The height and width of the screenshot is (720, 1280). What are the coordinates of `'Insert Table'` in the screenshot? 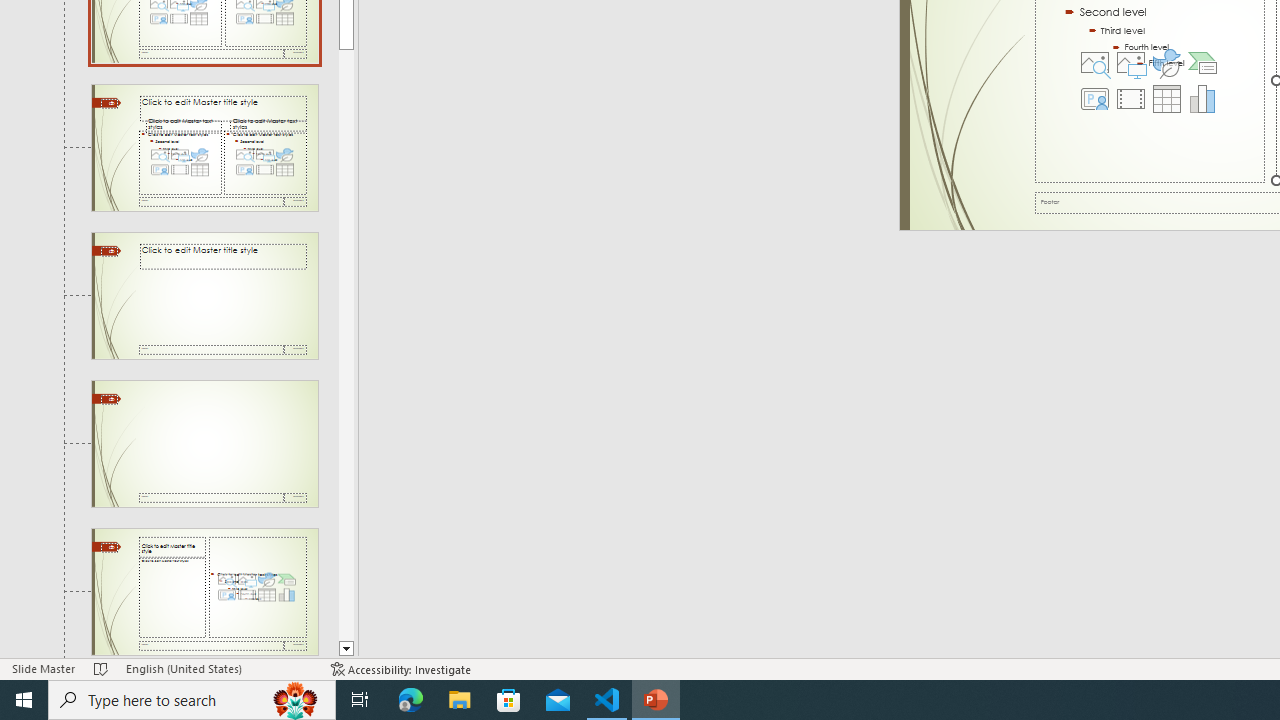 It's located at (1166, 99).